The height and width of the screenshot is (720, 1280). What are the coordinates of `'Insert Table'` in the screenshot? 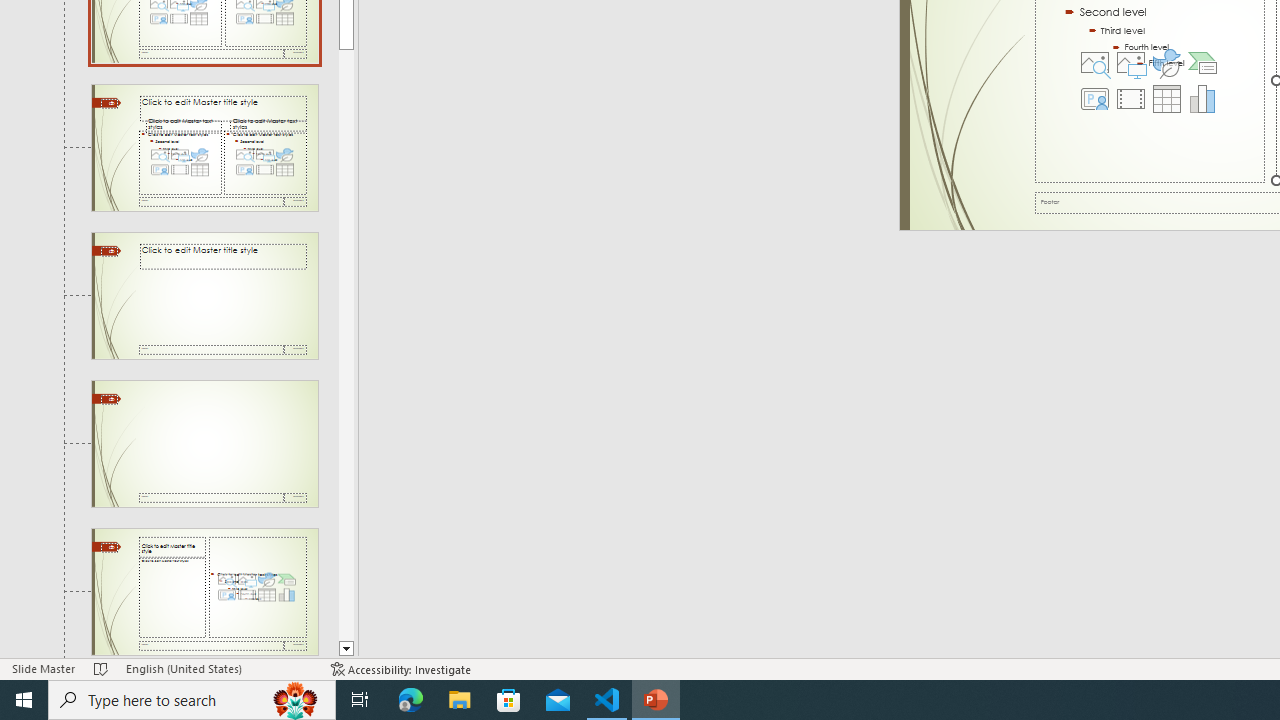 It's located at (1166, 99).